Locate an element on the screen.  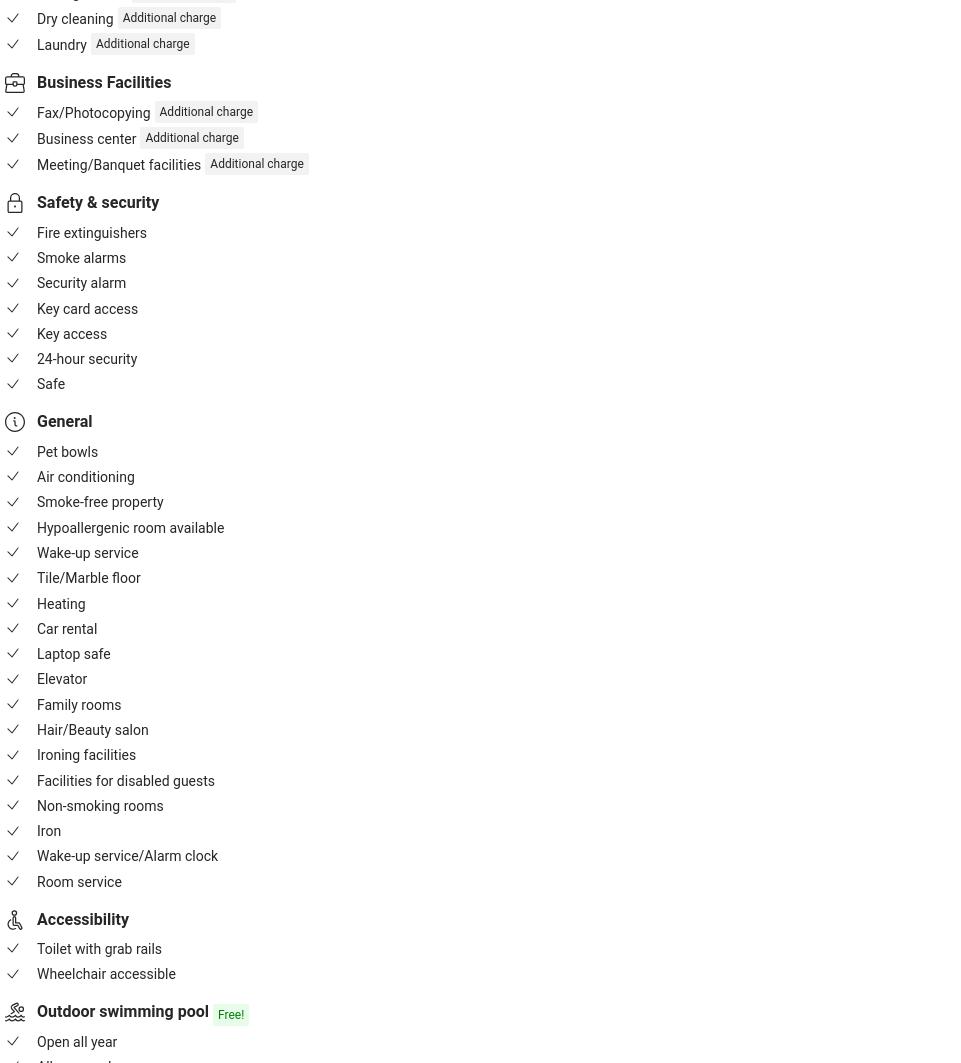
'General' is located at coordinates (64, 421).